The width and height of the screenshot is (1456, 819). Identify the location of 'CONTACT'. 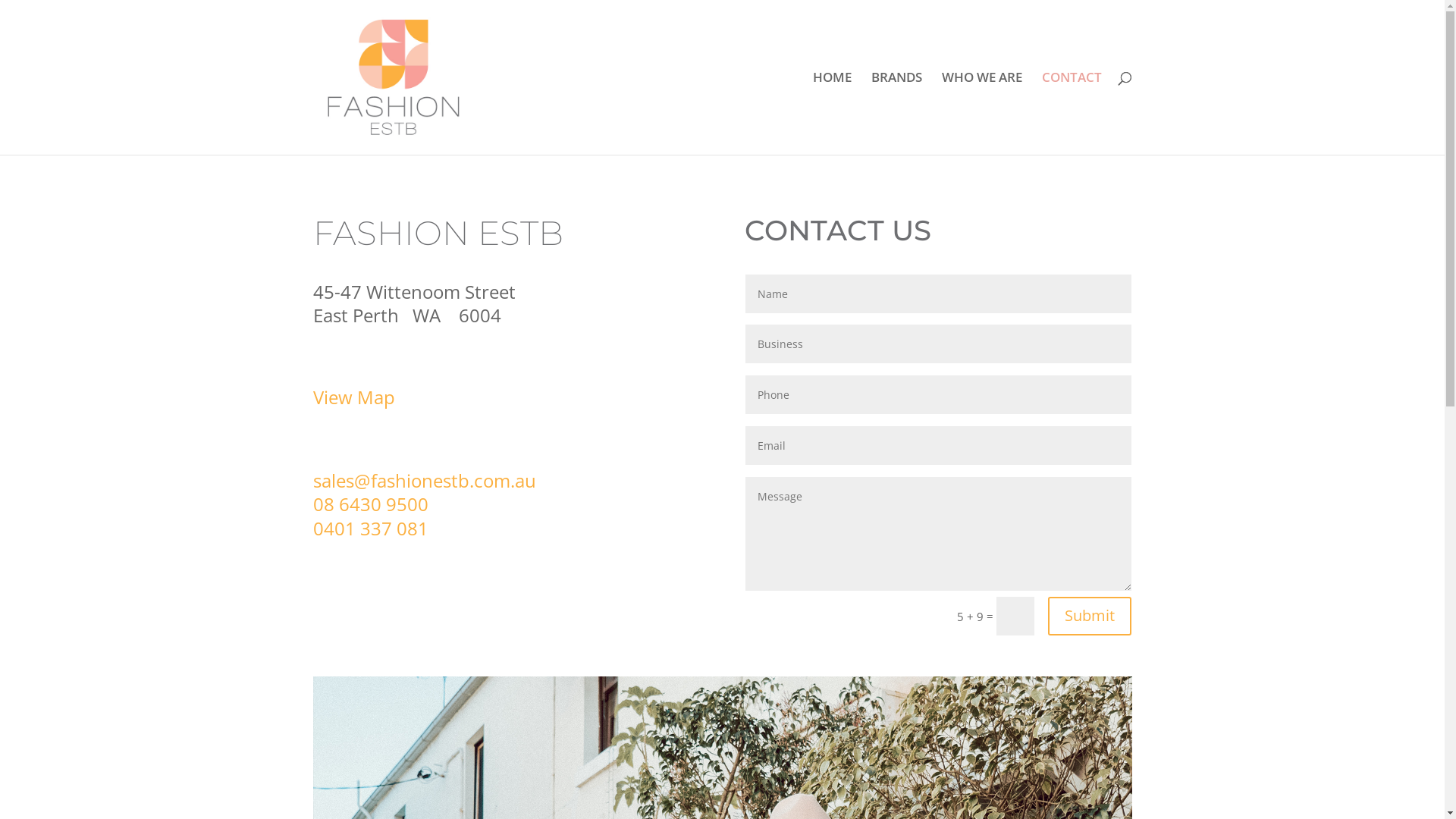
(1071, 112).